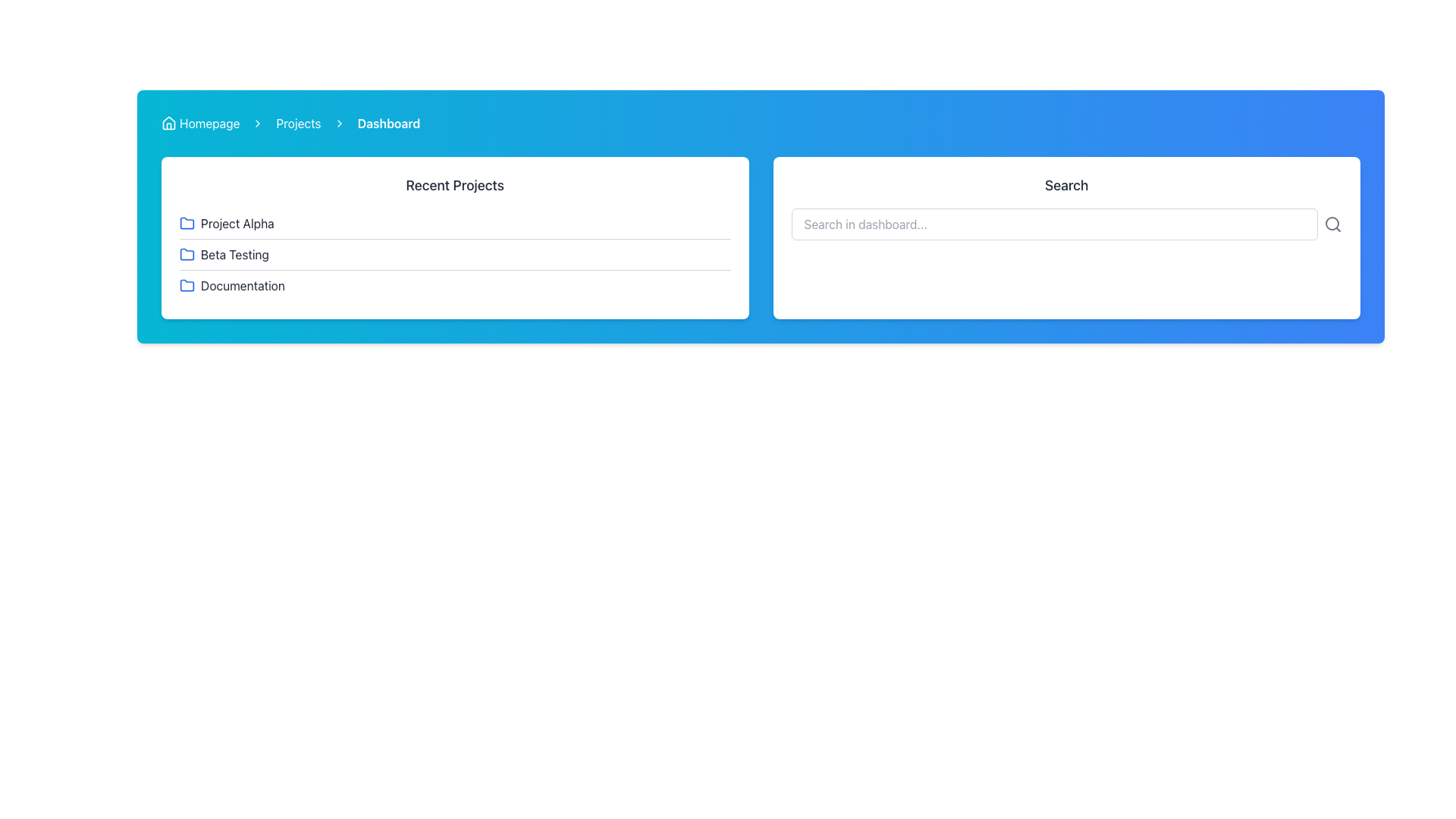  I want to click on the interactive text link labeled 'Projects' in the breadcrumb navigation bar, so click(298, 122).